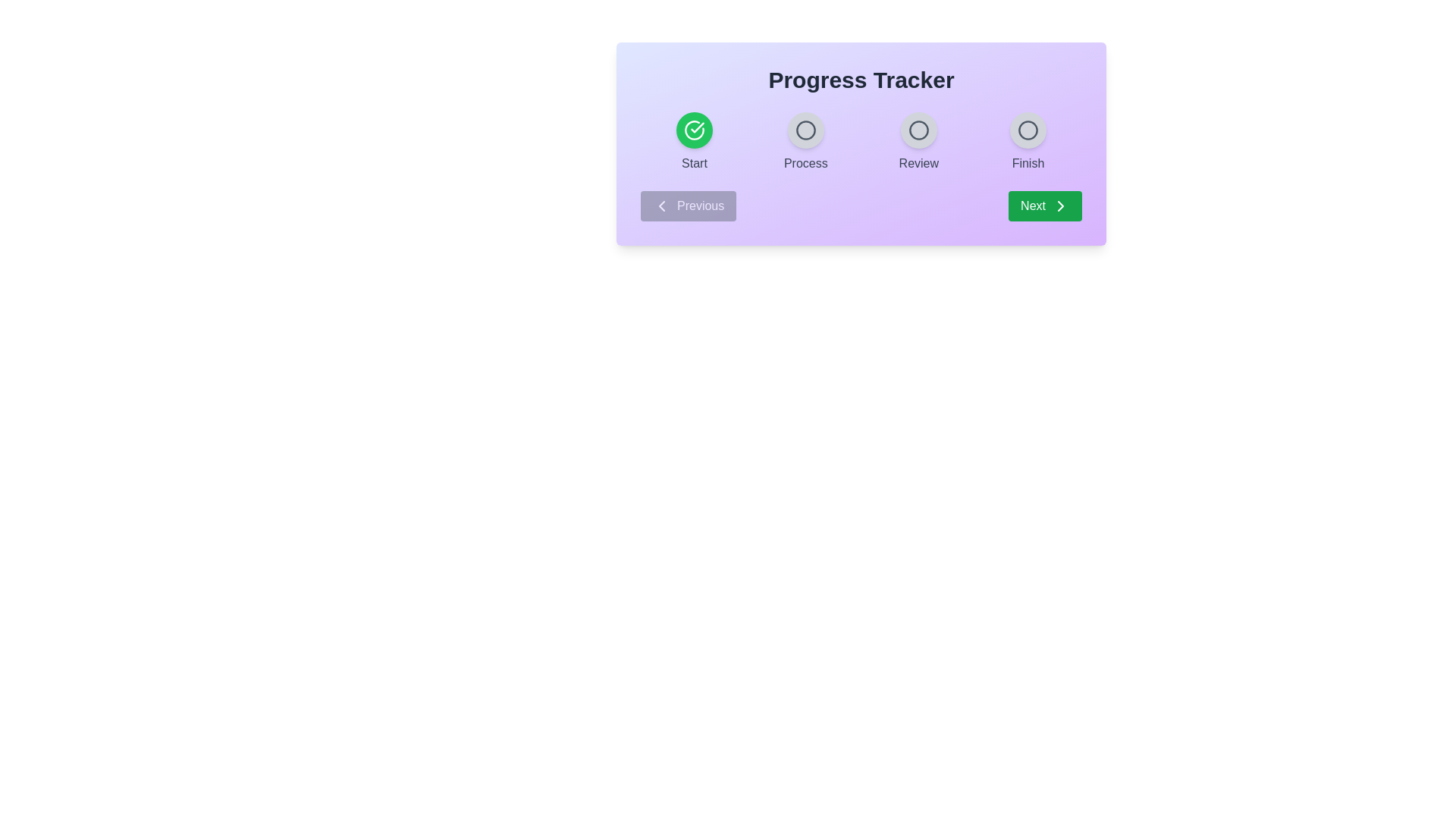  I want to click on the inner checkmark graphic inside the green circular 'Start' icon, indicating the completion of the 'Start' step in the progress tracker, so click(697, 127).